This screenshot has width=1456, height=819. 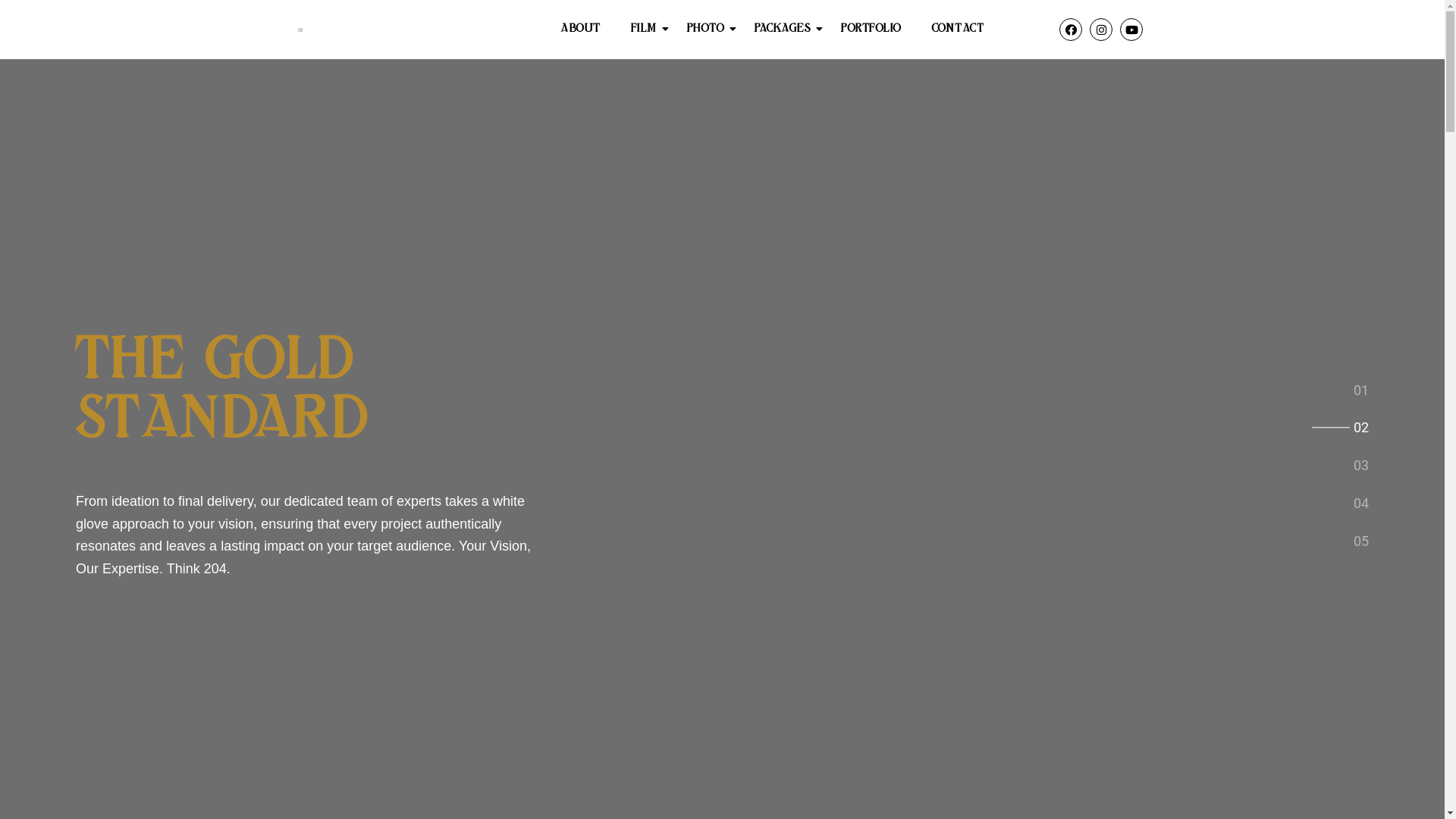 What do you see at coordinates (746, 29) in the screenshot?
I see `'Packages'` at bounding box center [746, 29].